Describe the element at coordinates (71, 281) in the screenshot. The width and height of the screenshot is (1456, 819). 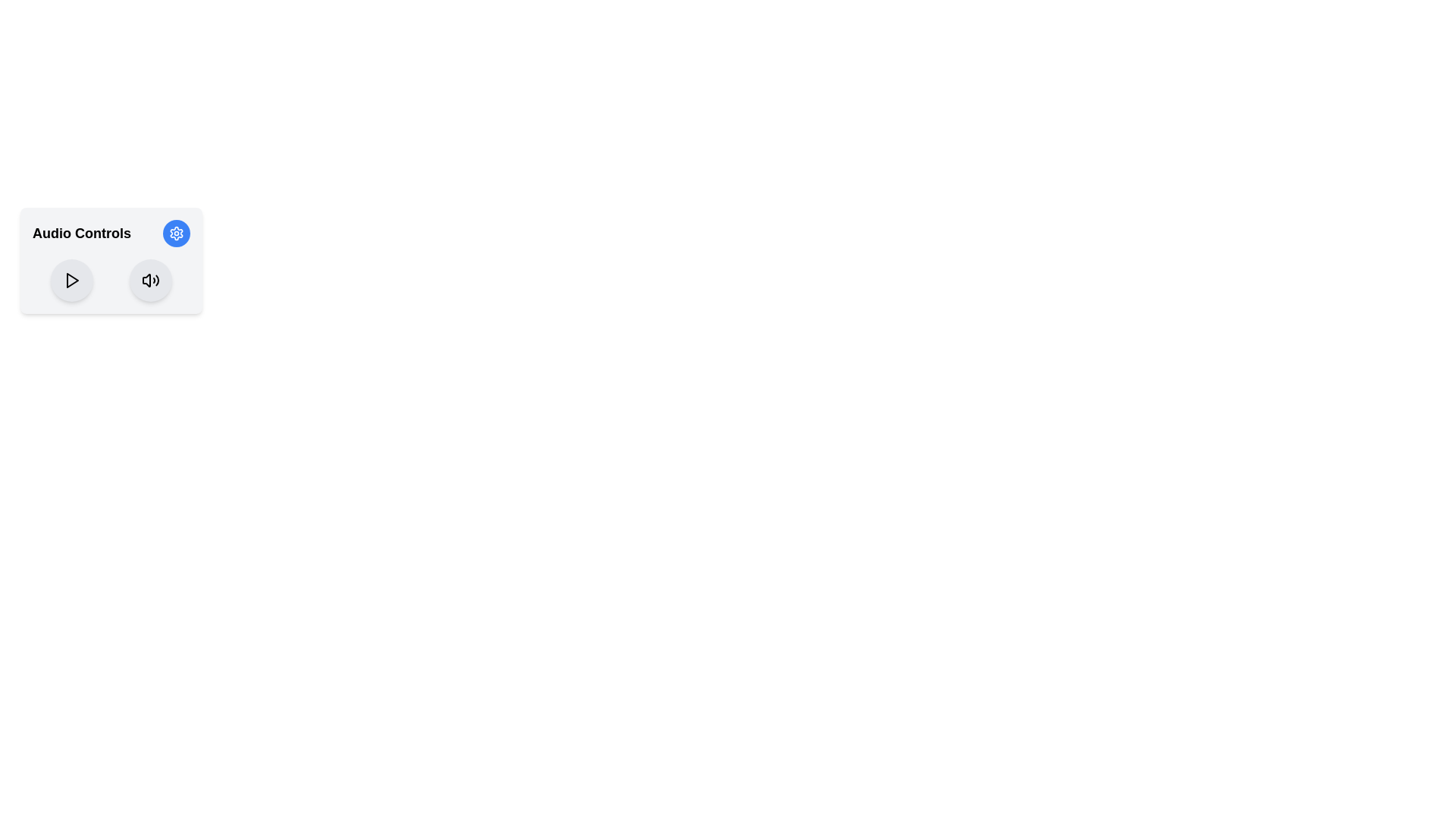
I see `the triangular 'Play' icon within the circular button in the lower left corner of the 'Audio Controls' section` at that location.